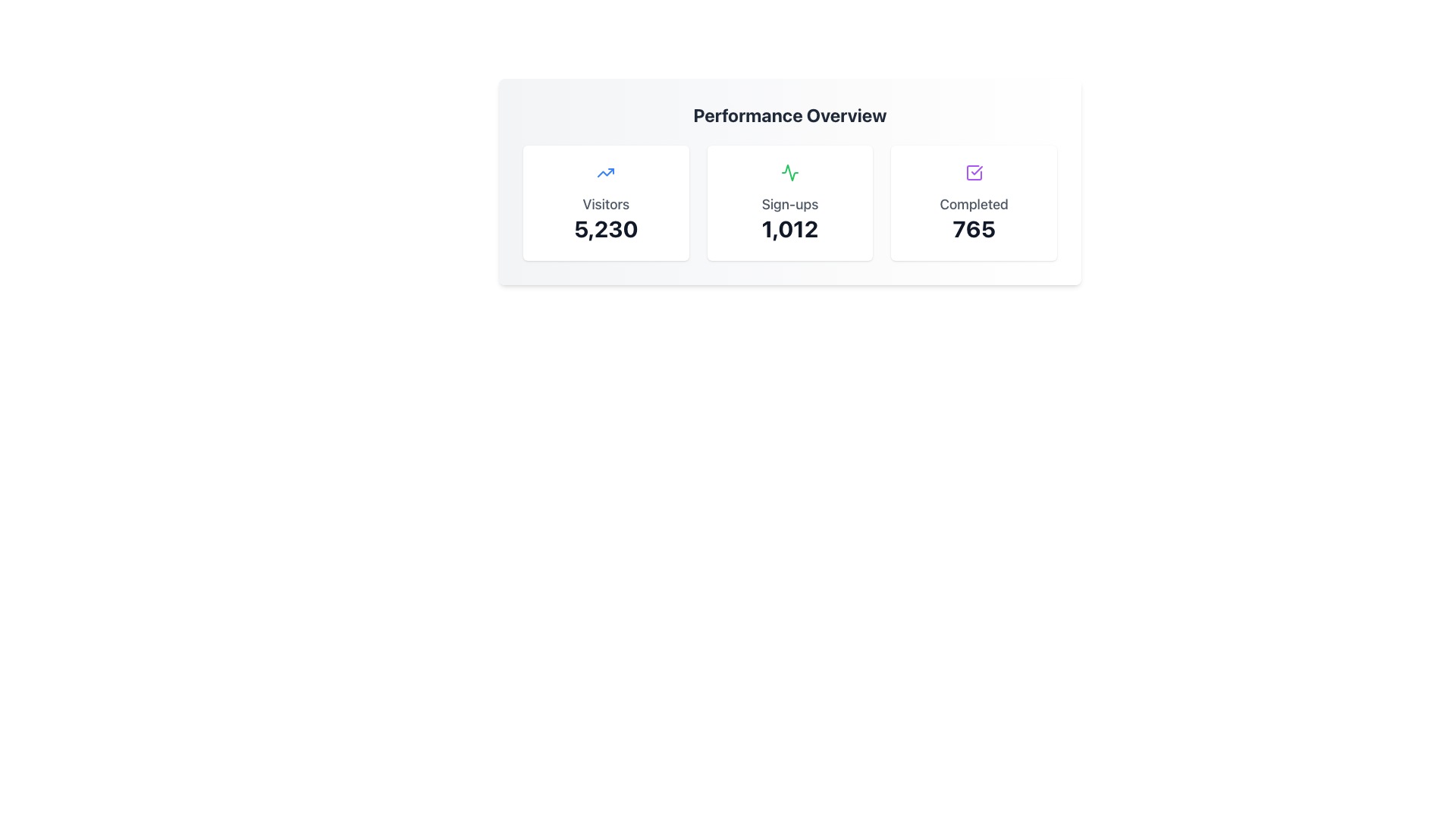 The width and height of the screenshot is (1456, 819). What do you see at coordinates (974, 205) in the screenshot?
I see `the 'Completed' text label, which is styled in a large font size and medium weight, located in the upper section of the third box in a three-box grid layout on the right` at bounding box center [974, 205].